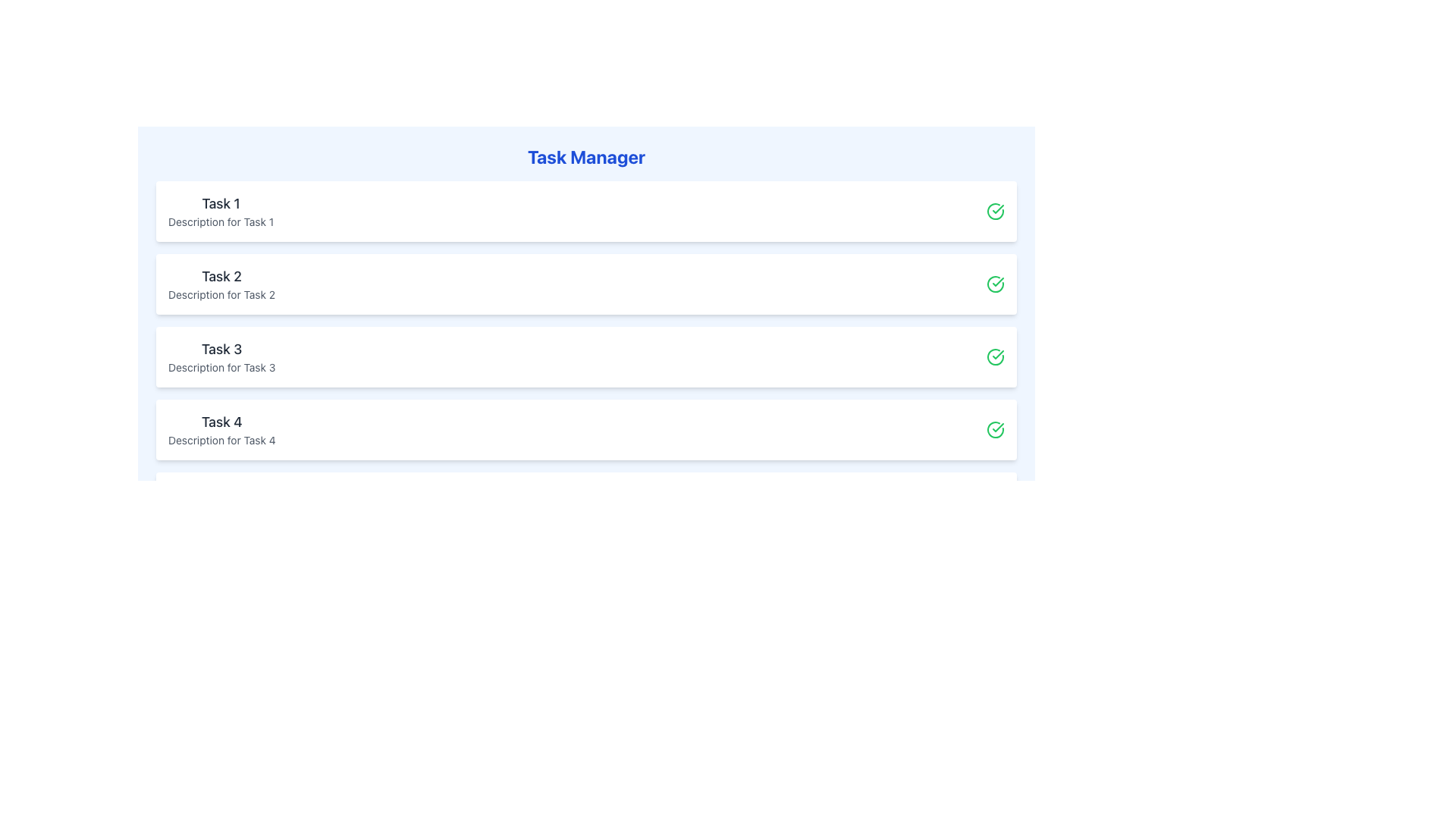 The height and width of the screenshot is (819, 1456). Describe the element at coordinates (996, 211) in the screenshot. I see `the larger icon encompassing the visual indicator located at the center of the topmost task entry in the list layout` at that location.